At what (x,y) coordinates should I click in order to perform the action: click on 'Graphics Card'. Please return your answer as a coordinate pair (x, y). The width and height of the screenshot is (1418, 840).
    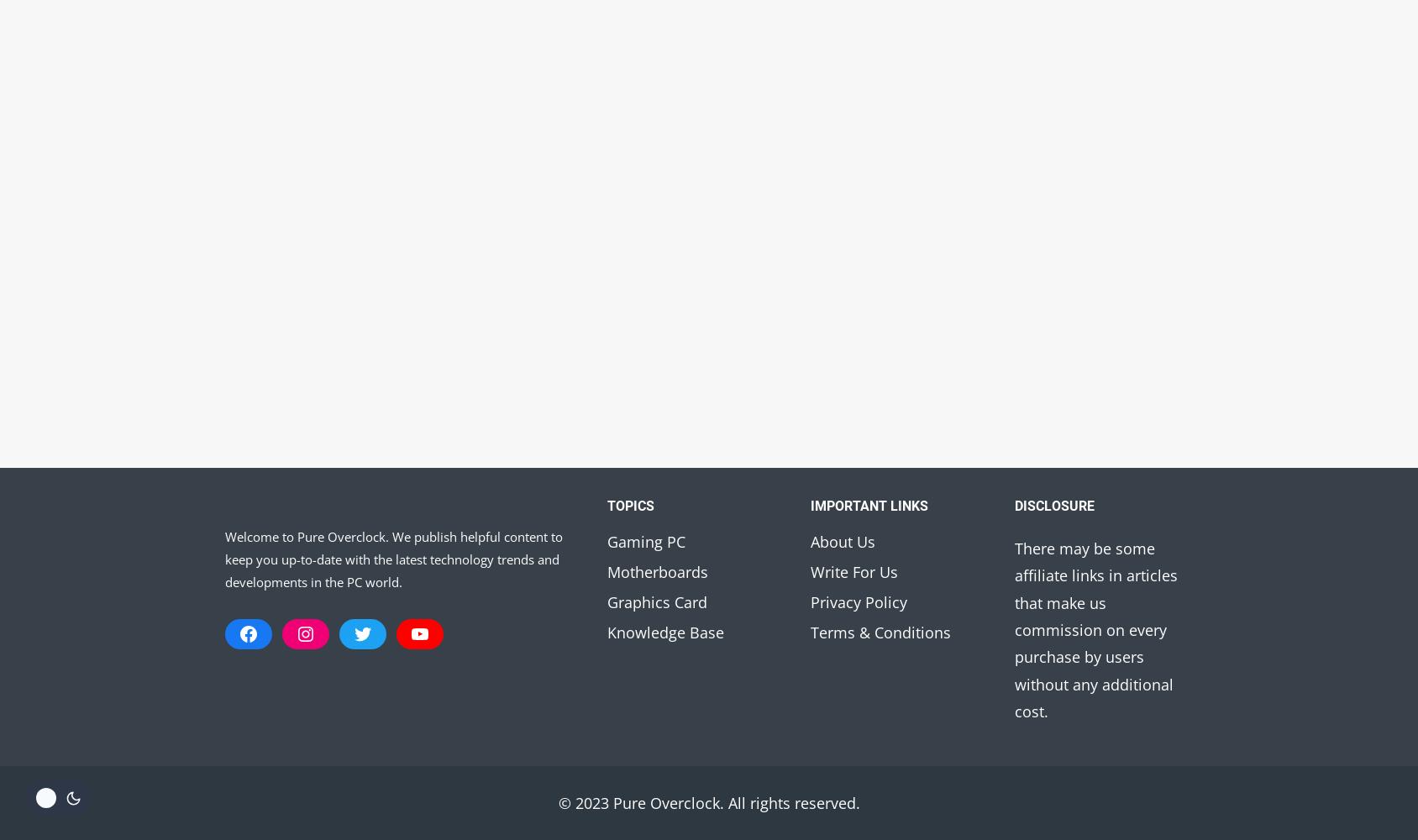
    Looking at the image, I should click on (605, 601).